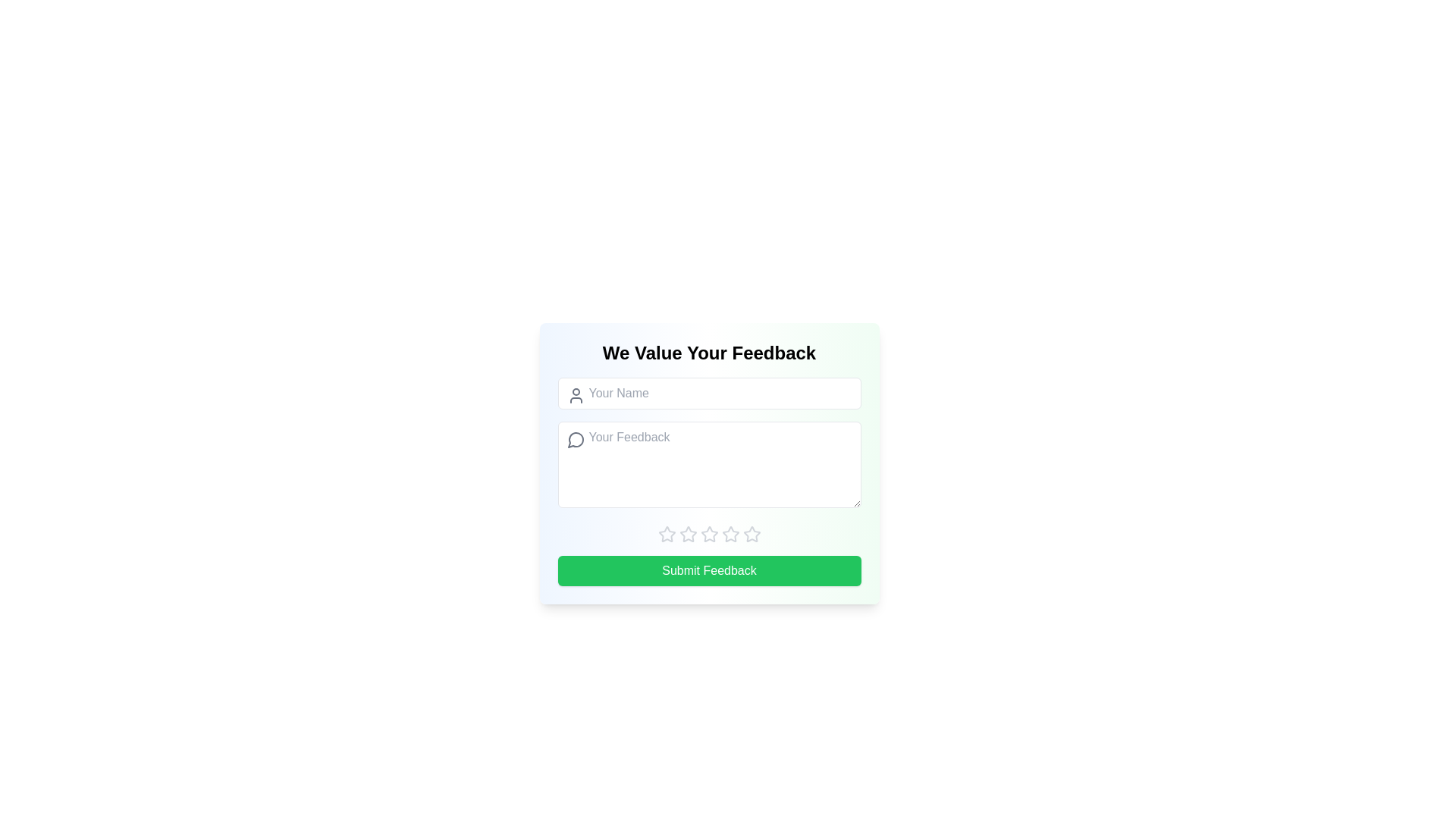 Image resolution: width=1456 pixels, height=819 pixels. Describe the element at coordinates (708, 534) in the screenshot. I see `the fourth gray, unfilled star icon in the horizontal sequence beneath the feedback input field to rate it` at that location.